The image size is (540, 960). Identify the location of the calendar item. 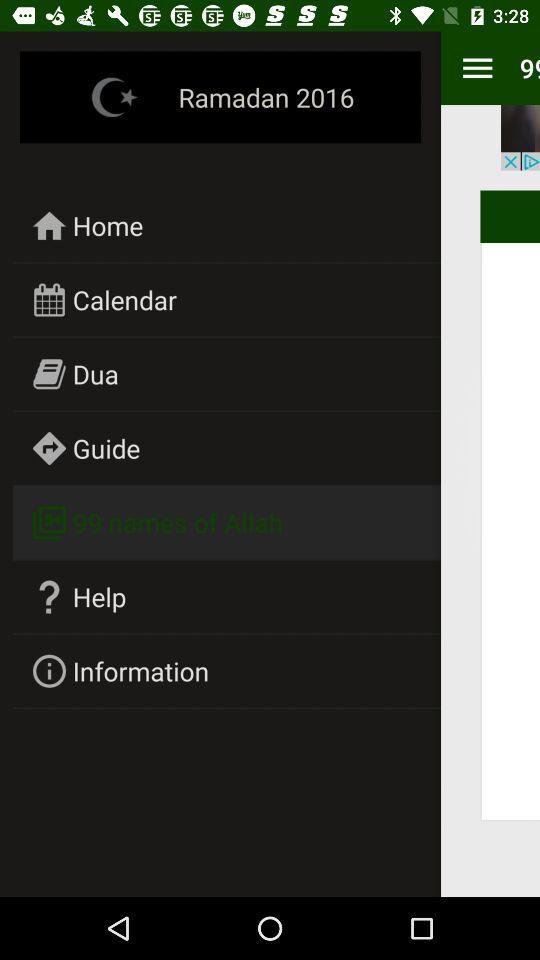
(124, 298).